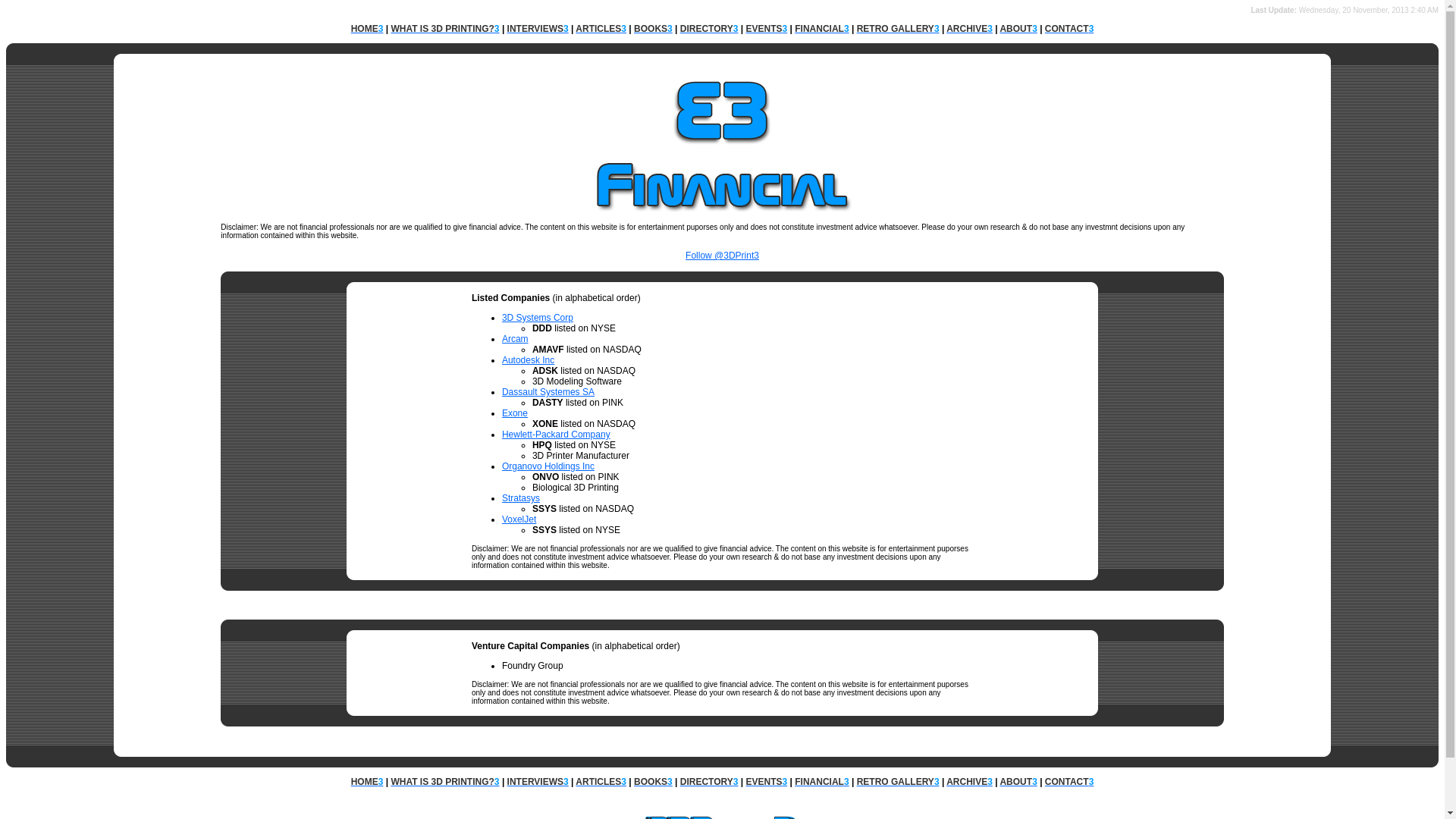 This screenshot has height=819, width=1456. I want to click on 'INTERVIEWS3', so click(538, 781).